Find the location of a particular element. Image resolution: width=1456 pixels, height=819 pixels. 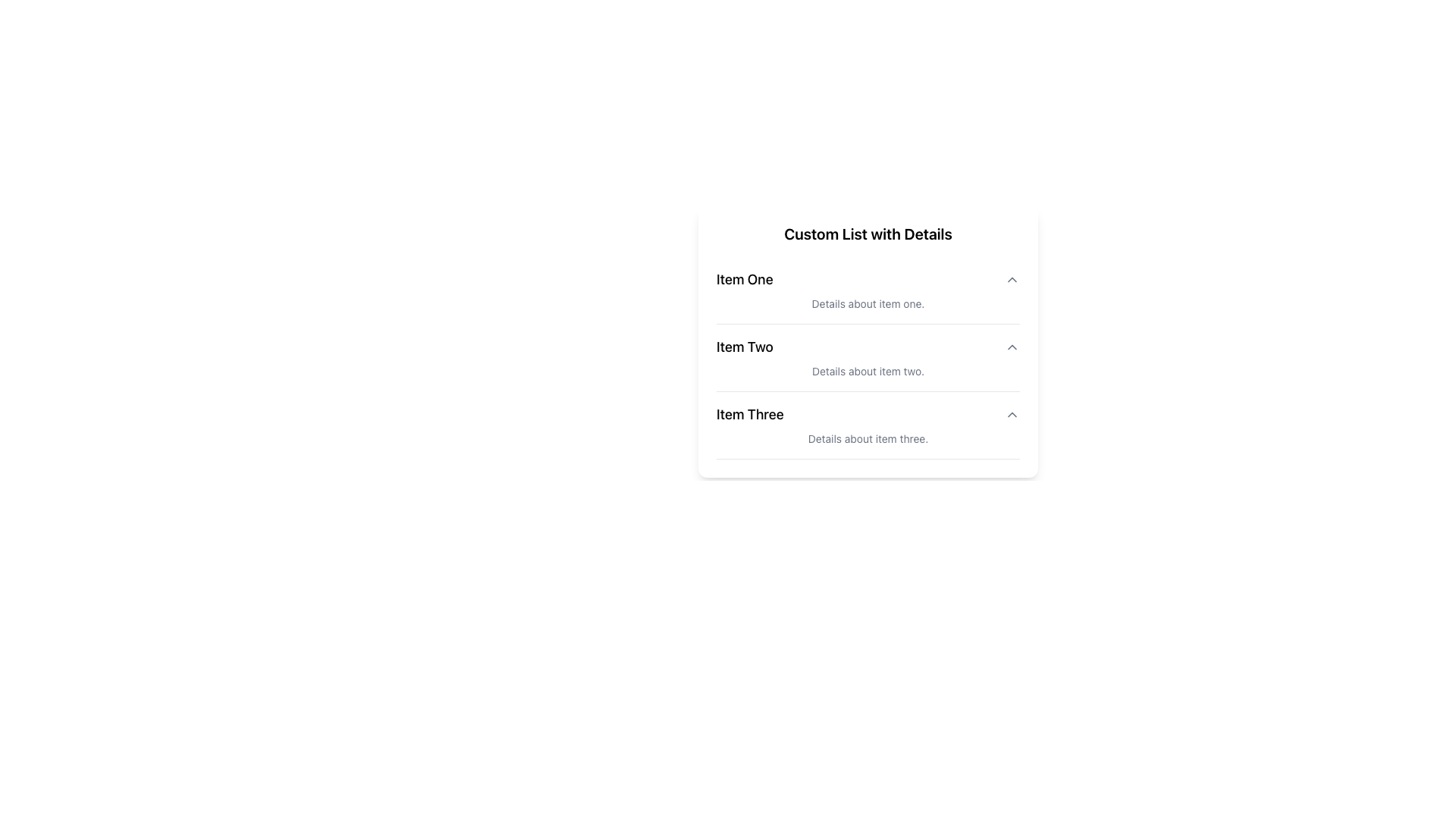

the second list item in the 'Custom List with Details' is located at coordinates (868, 341).